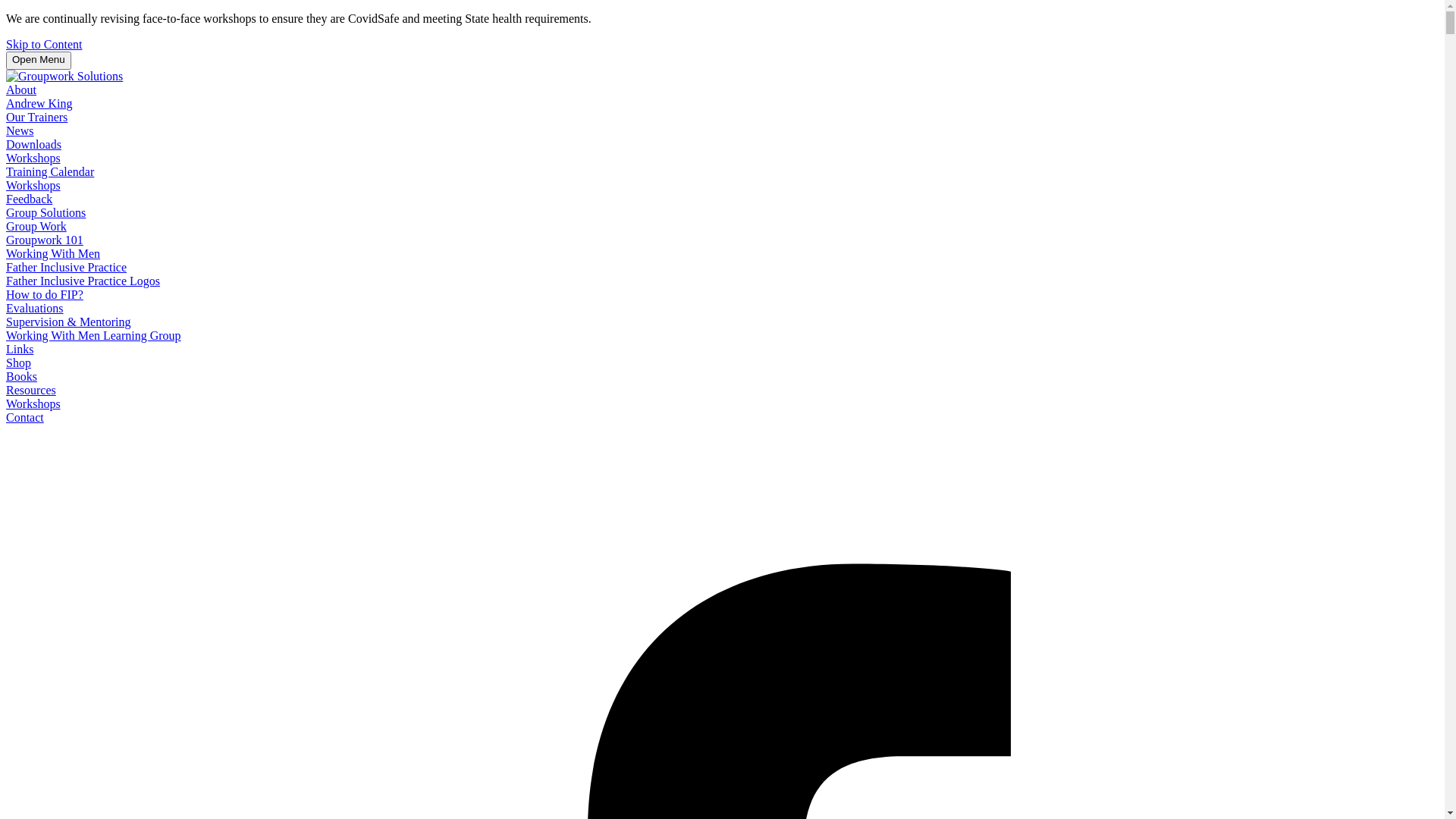  Describe the element at coordinates (6, 294) in the screenshot. I see `'How to do FIP?'` at that location.